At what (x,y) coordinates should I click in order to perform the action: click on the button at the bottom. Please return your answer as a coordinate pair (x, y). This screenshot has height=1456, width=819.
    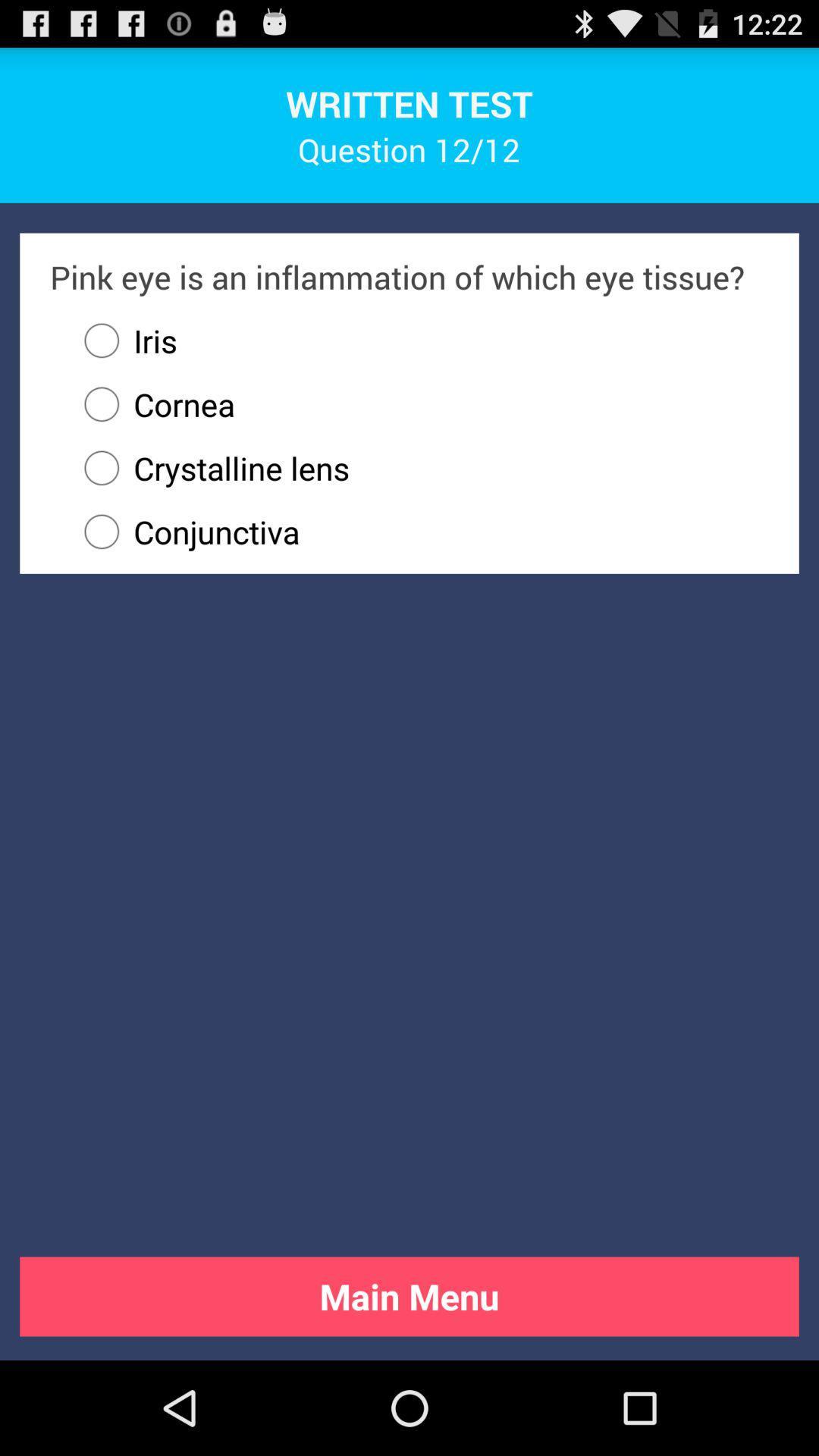
    Looking at the image, I should click on (409, 1295).